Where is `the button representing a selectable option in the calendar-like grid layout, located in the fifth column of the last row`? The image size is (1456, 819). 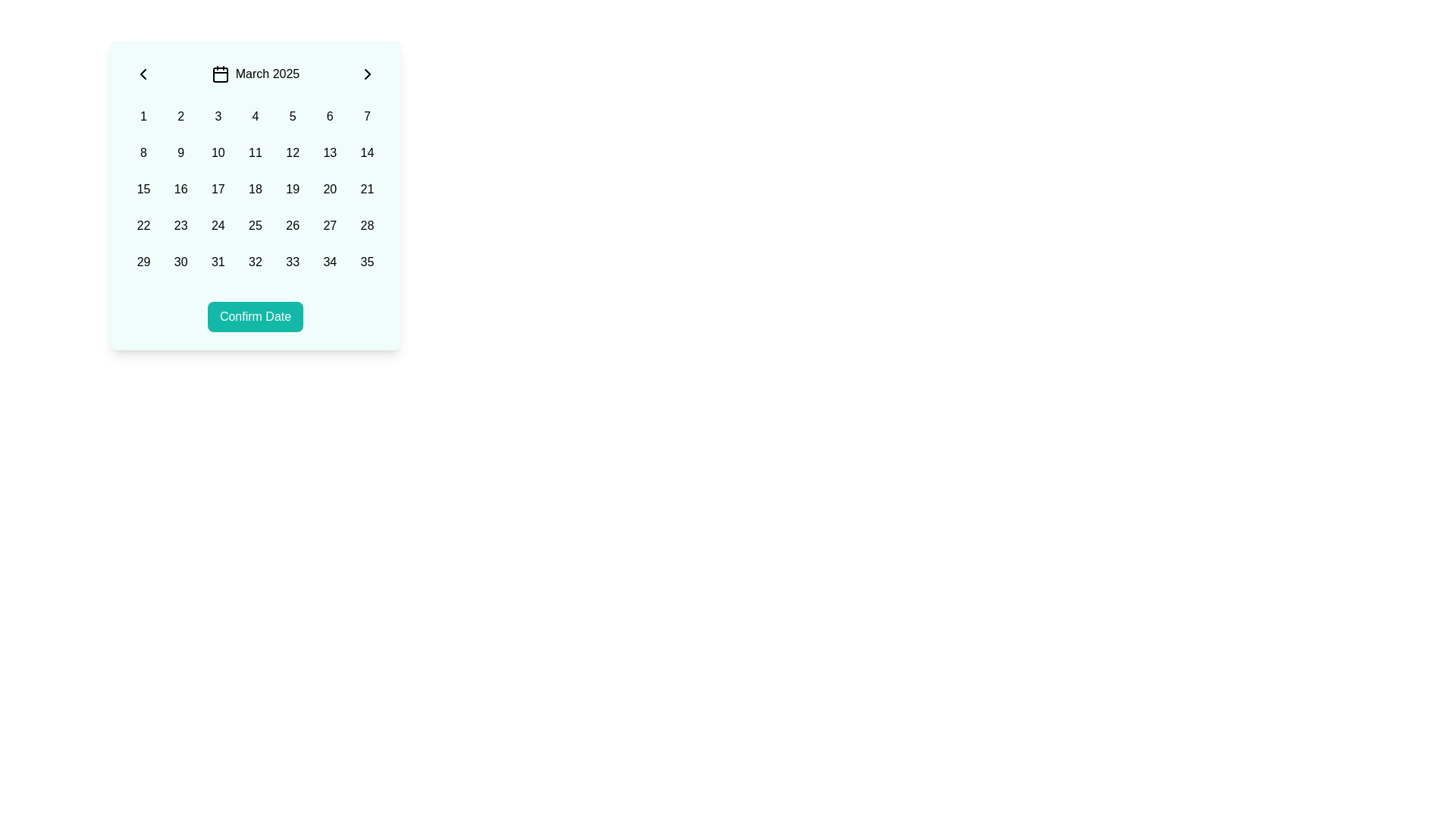
the button representing a selectable option in the calendar-like grid layout, located in the fifth column of the last row is located at coordinates (255, 262).